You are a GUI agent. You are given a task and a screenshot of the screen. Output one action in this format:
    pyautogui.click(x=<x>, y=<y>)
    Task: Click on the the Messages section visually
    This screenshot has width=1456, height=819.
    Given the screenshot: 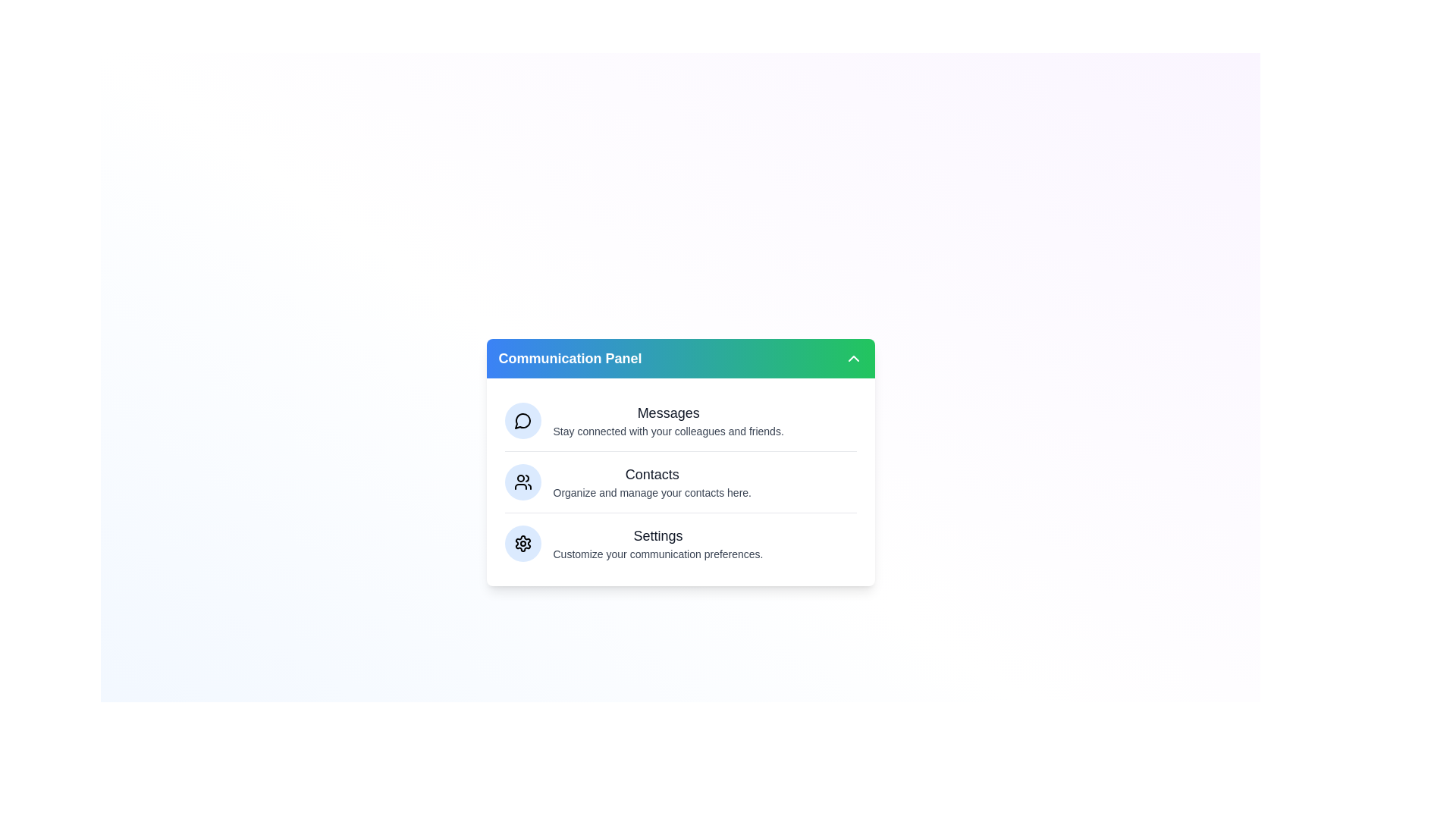 What is the action you would take?
    pyautogui.click(x=522, y=421)
    